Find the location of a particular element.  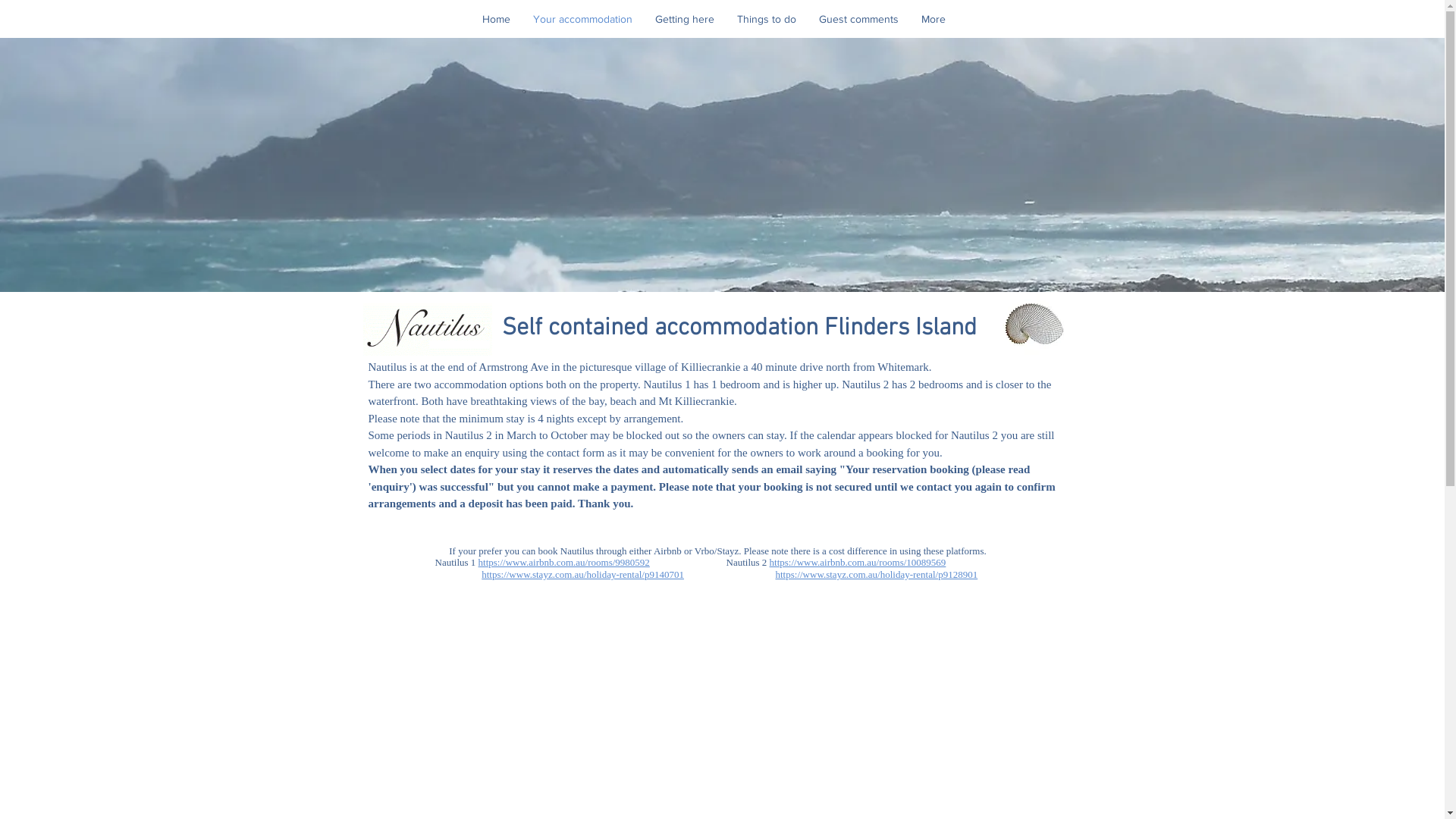

'Guest comments' is located at coordinates (858, 18).